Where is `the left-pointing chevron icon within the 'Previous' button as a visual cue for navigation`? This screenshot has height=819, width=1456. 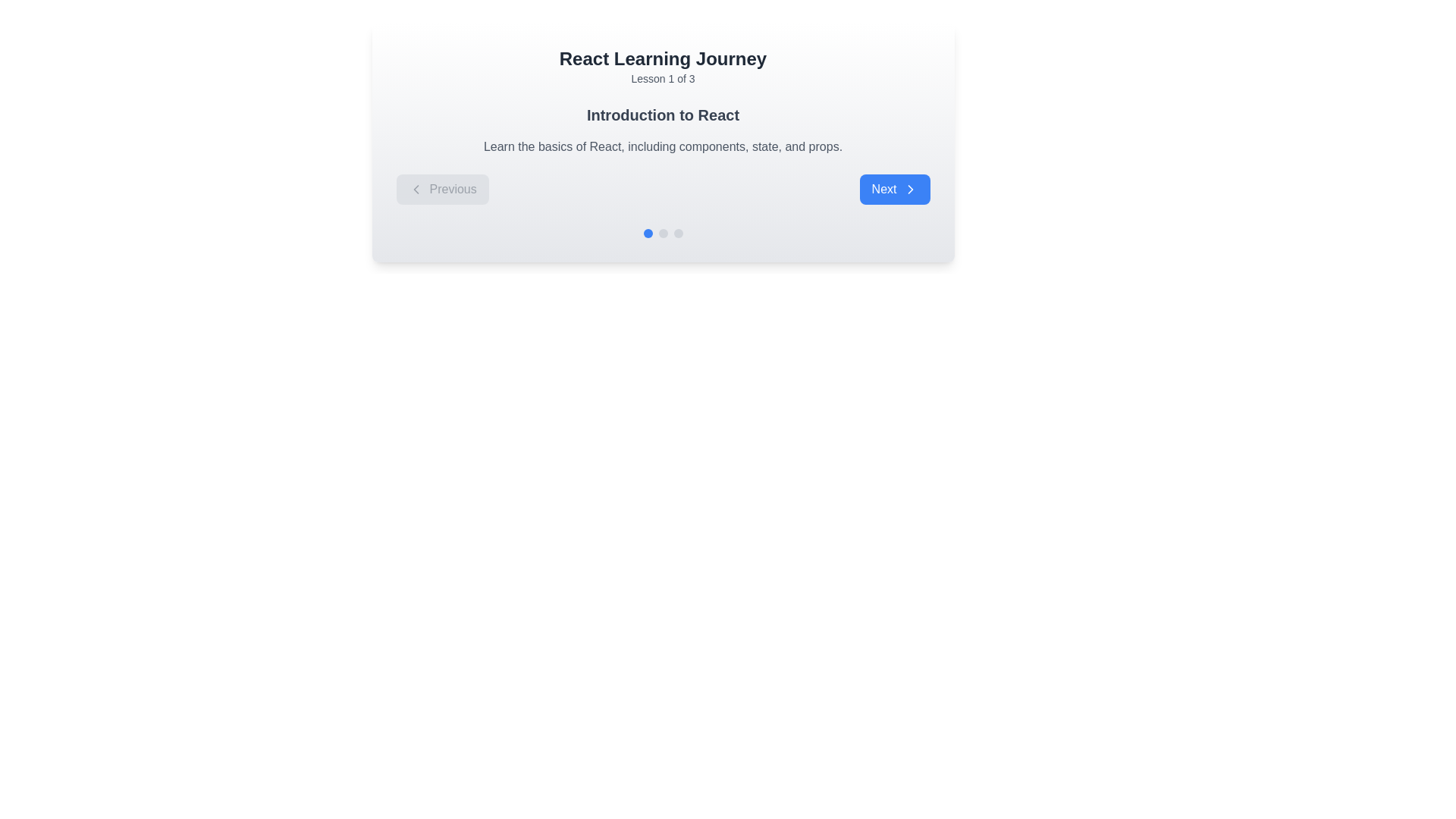
the left-pointing chevron icon within the 'Previous' button as a visual cue for navigation is located at coordinates (416, 189).